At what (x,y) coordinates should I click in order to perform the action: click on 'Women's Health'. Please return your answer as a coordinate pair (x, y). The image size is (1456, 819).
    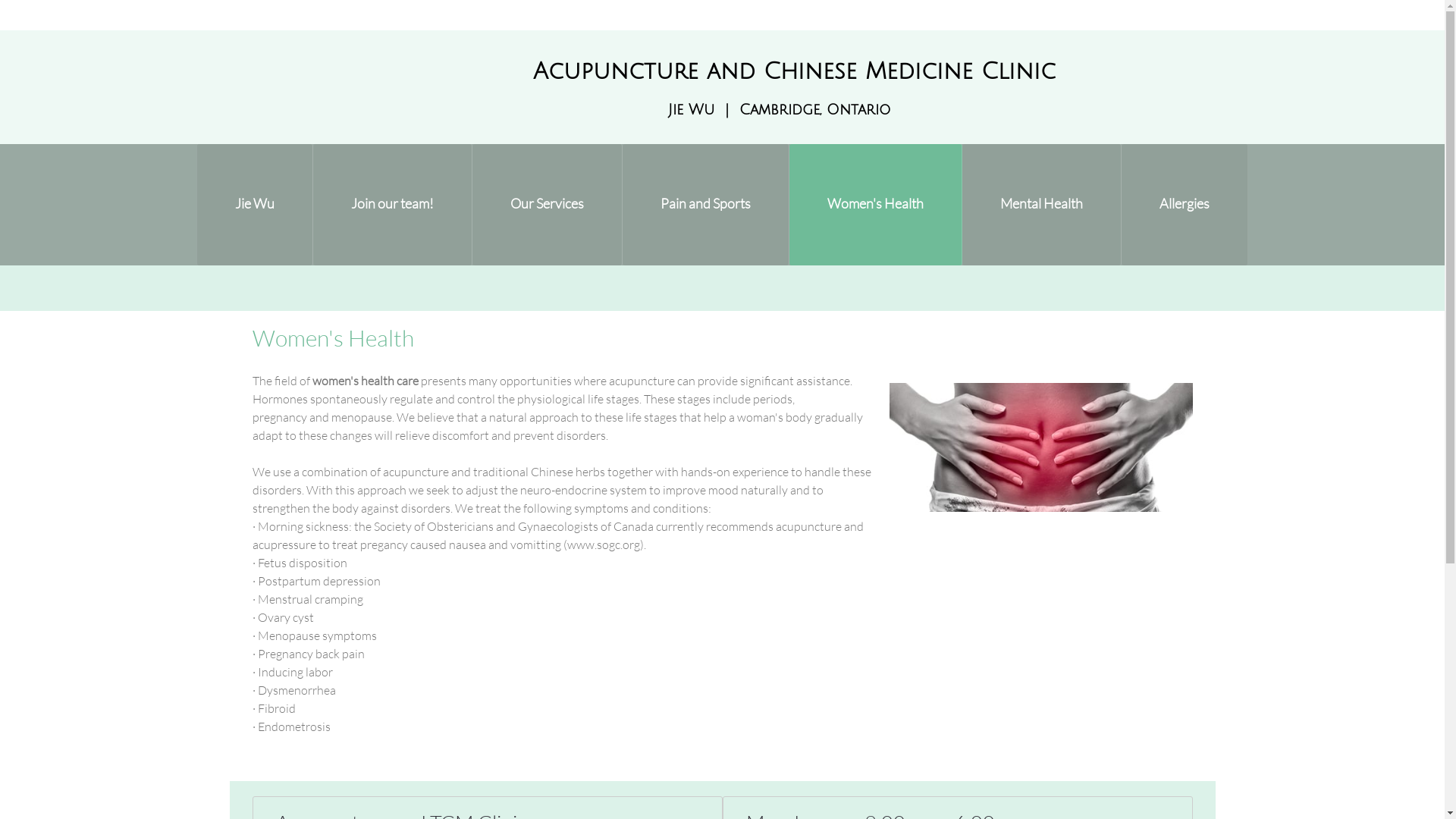
    Looking at the image, I should click on (876, 205).